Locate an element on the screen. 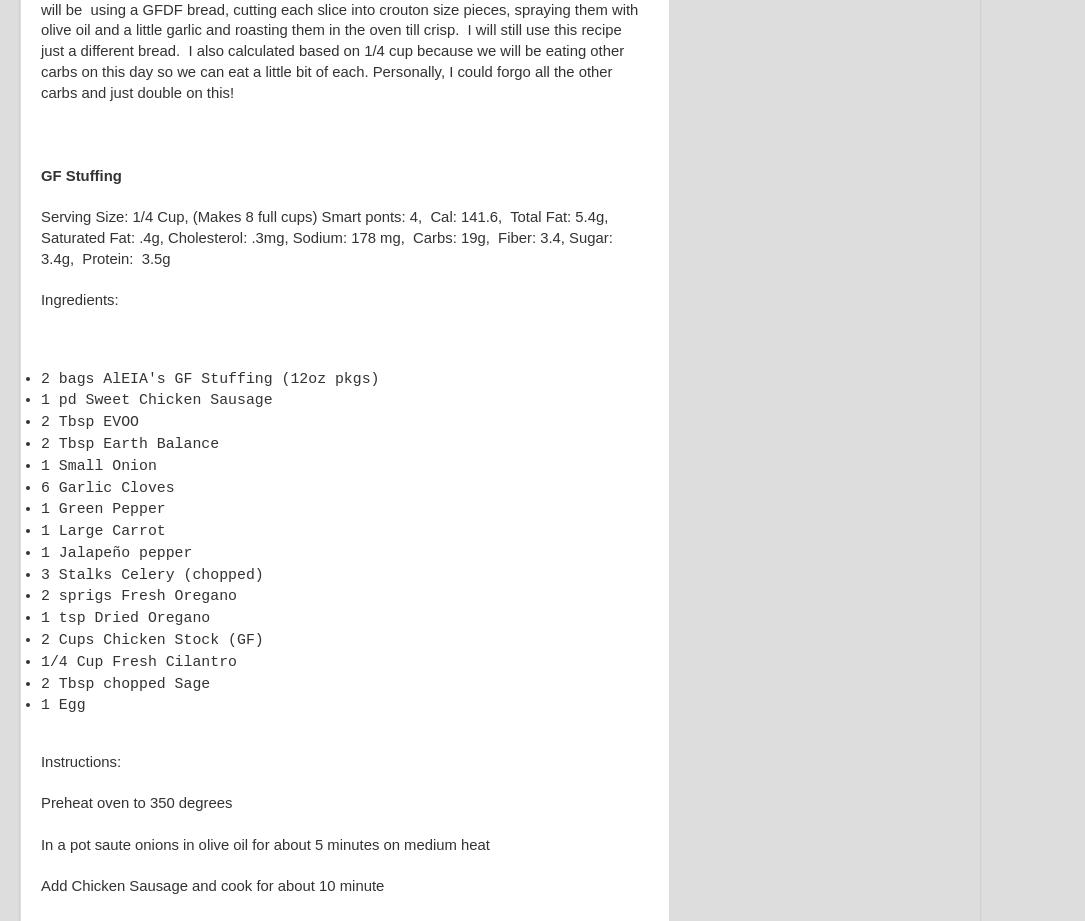 This screenshot has height=921, width=1085. '3 Stalks Celery (chopped)' is located at coordinates (151, 572).